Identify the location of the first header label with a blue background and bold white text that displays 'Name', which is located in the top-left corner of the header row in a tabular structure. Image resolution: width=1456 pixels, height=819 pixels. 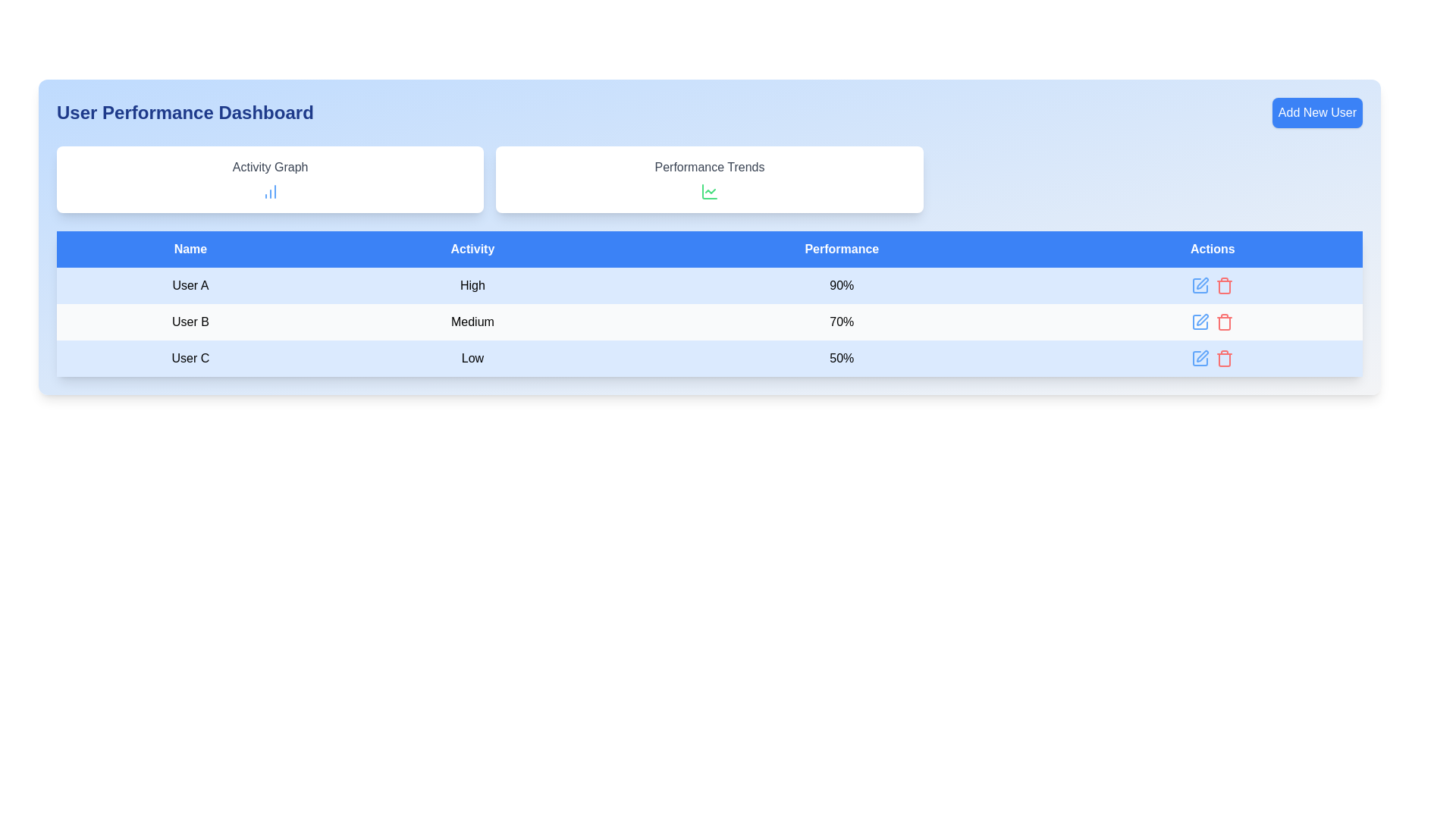
(190, 248).